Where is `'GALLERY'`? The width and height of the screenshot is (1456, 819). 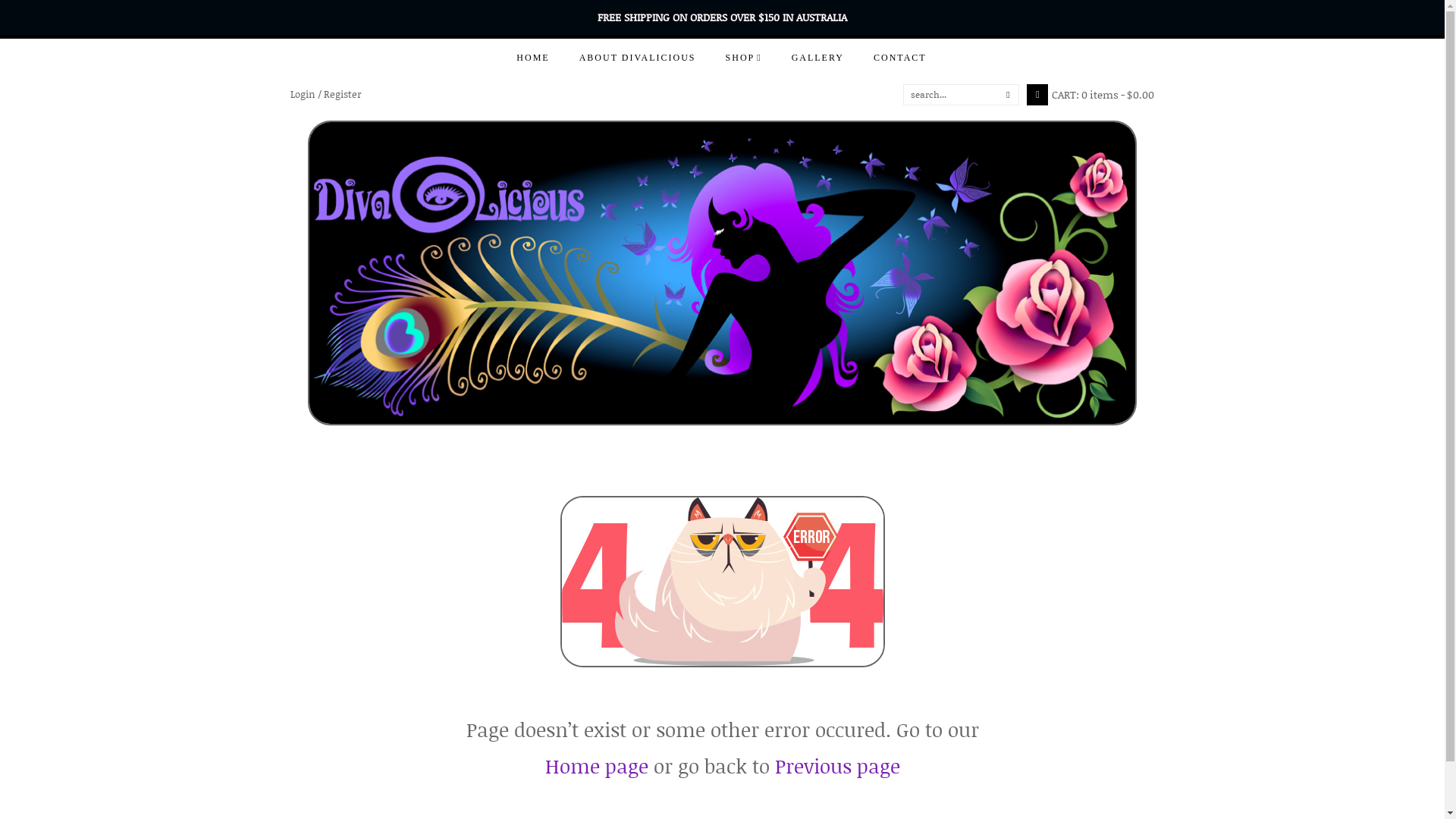
'GALLERY' is located at coordinates (776, 57).